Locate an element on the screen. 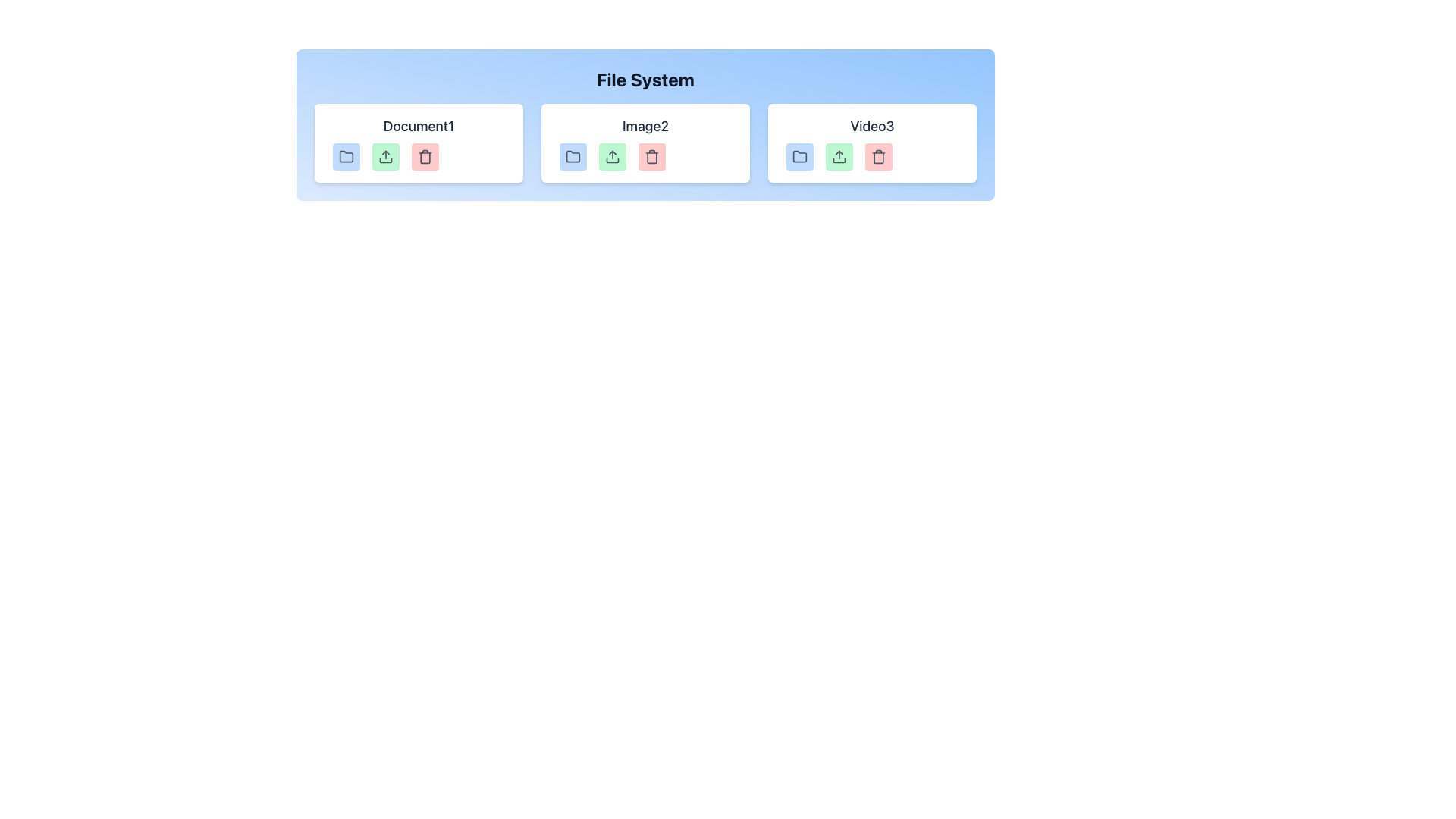  the trash can icon button on the light red circular background within the 'Image2' module is located at coordinates (651, 157).